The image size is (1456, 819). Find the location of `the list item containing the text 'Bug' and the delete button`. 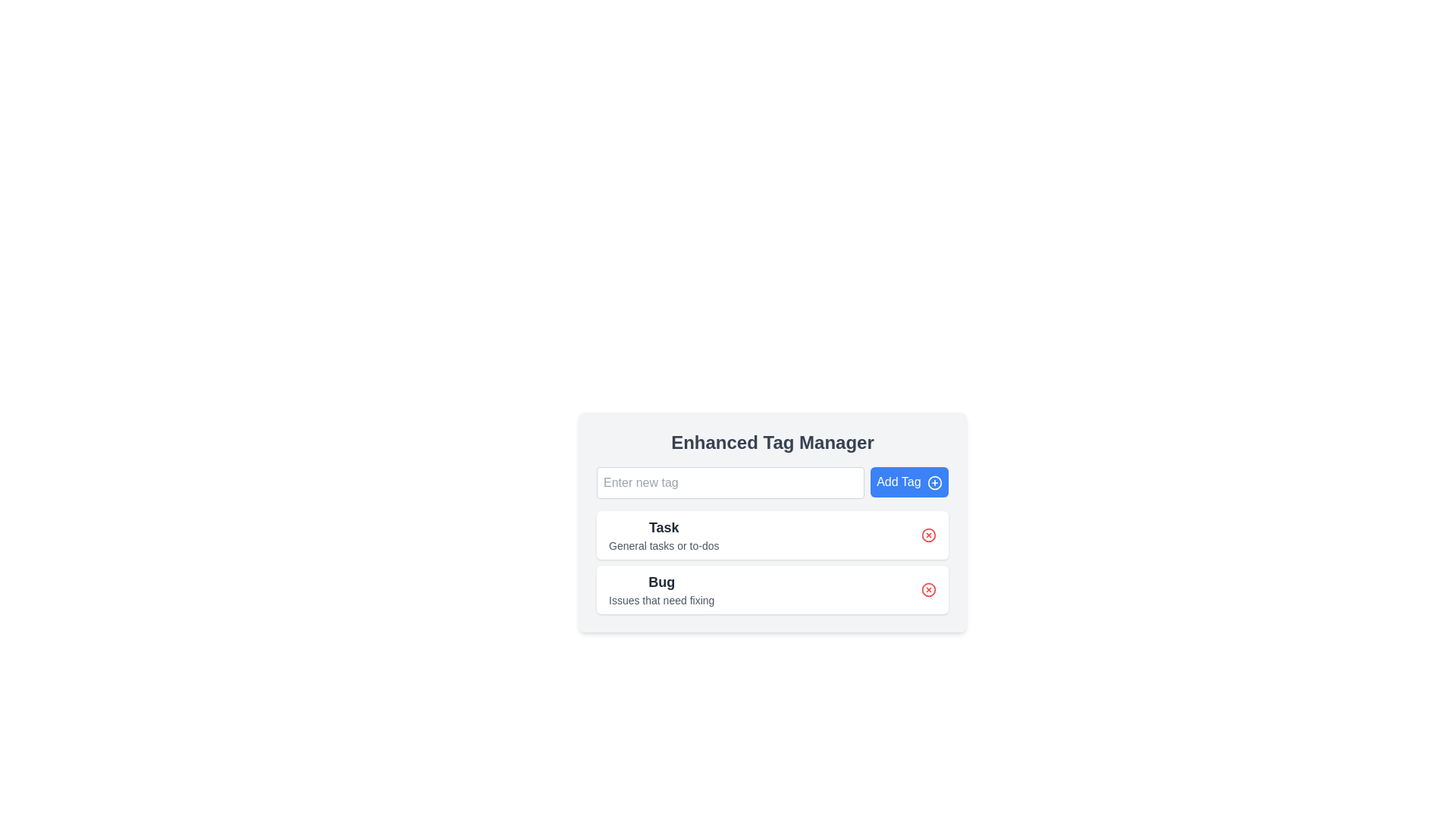

the list item containing the text 'Bug' and the delete button is located at coordinates (772, 589).